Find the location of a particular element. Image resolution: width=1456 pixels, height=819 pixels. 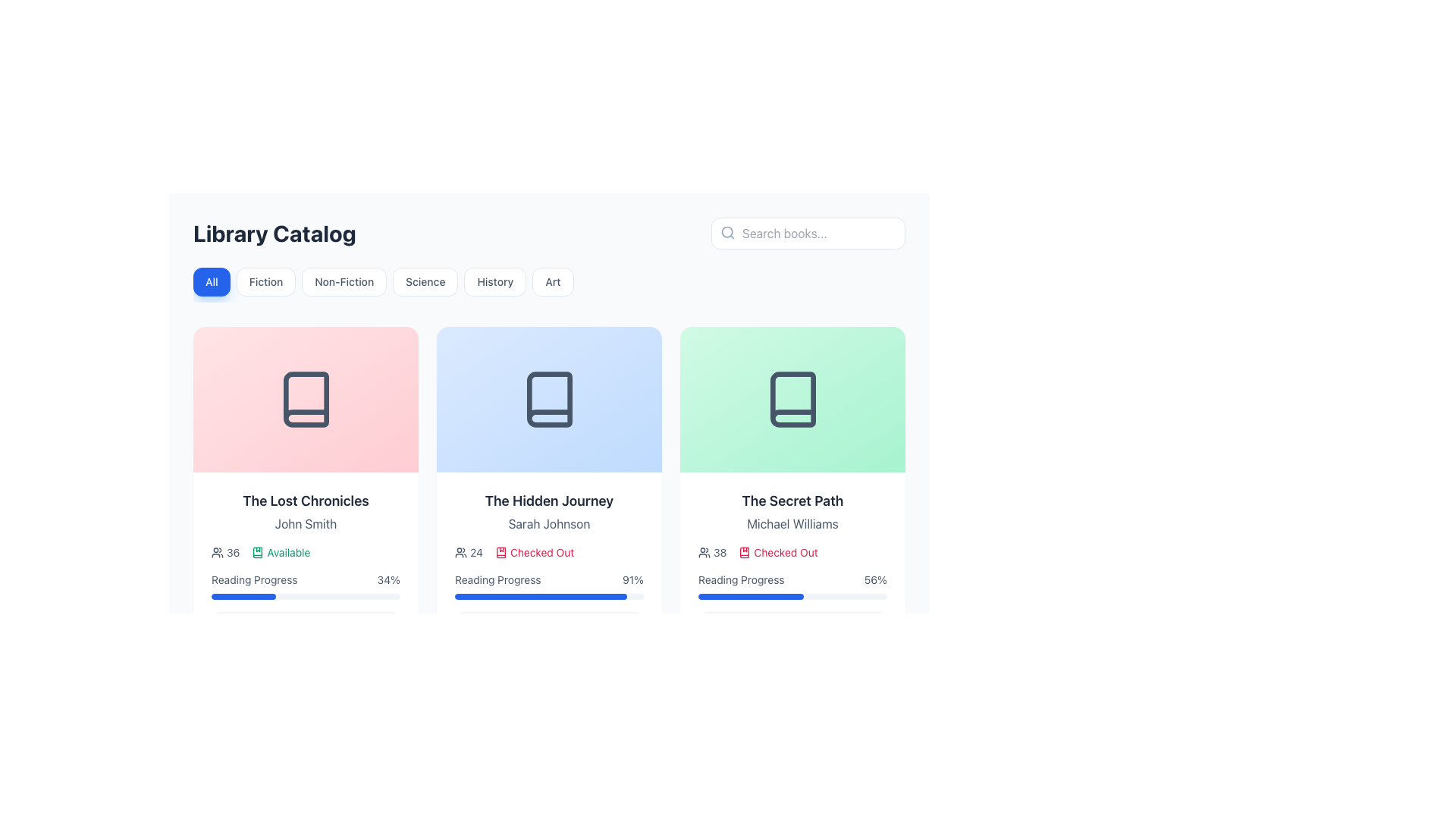

the search input field in the top-right corner of the 'Library Catalog' section is located at coordinates (807, 234).